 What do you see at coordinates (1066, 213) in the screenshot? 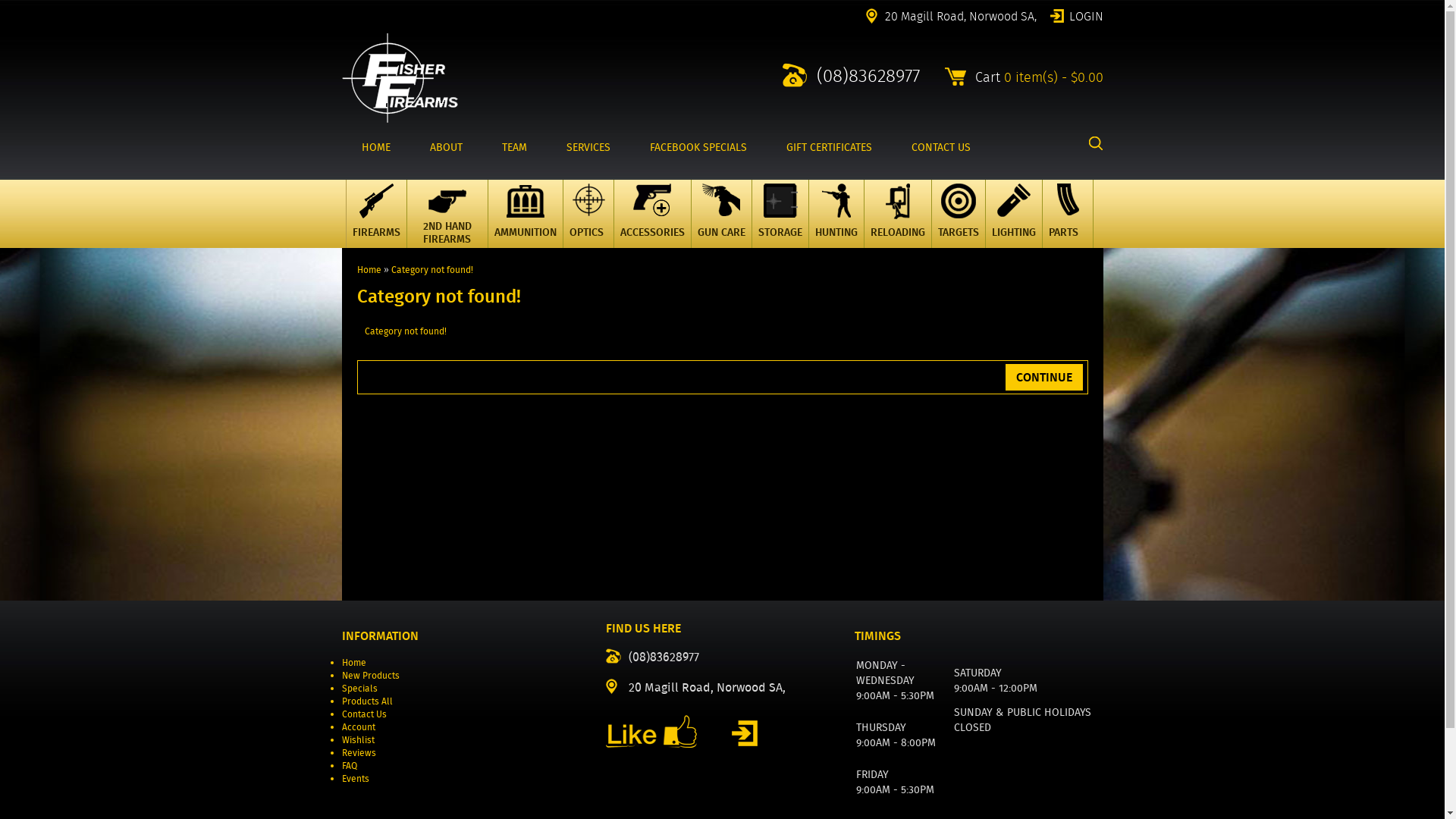
I see `'PARTS'` at bounding box center [1066, 213].